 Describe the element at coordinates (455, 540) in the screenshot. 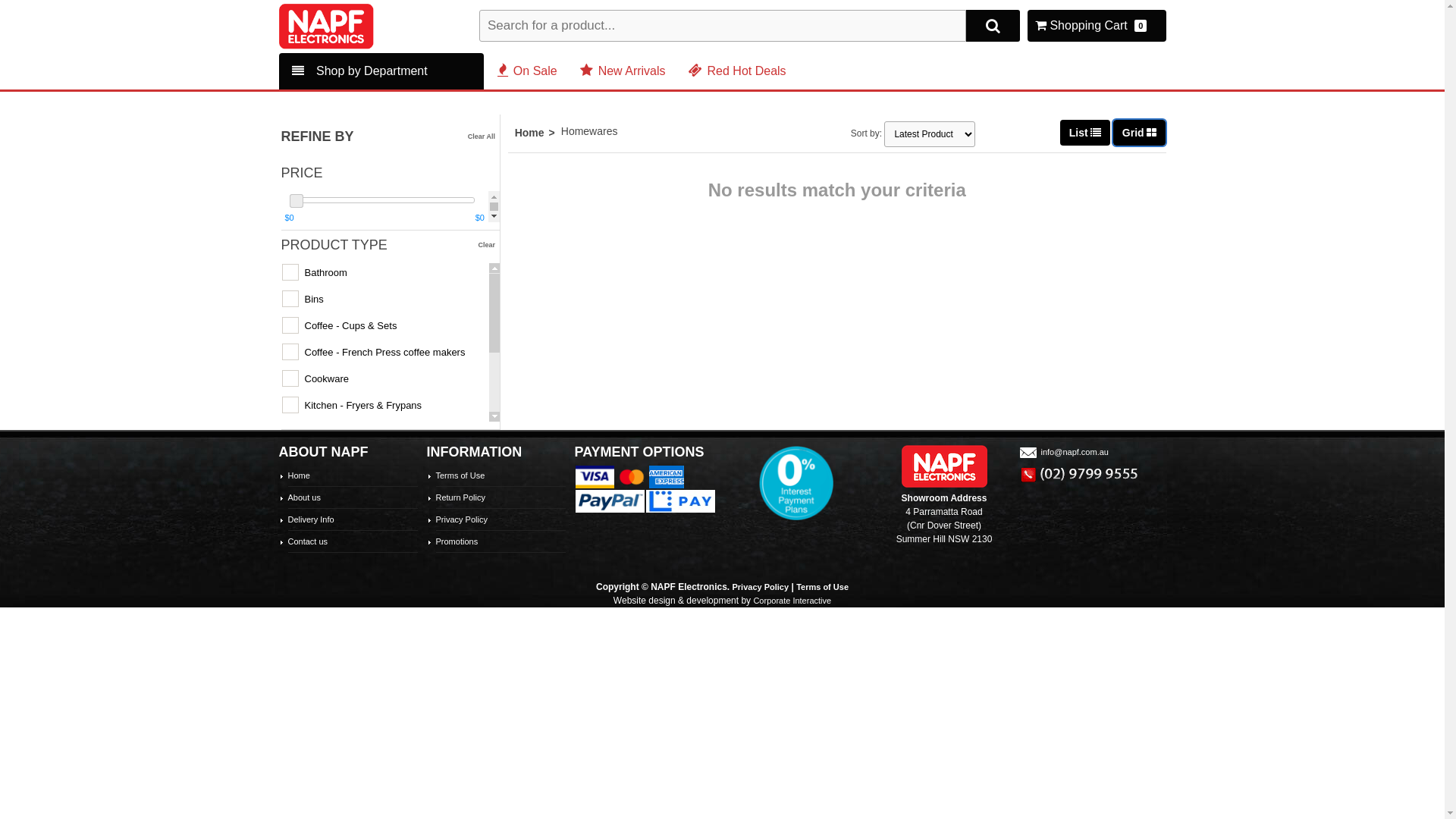

I see `'Promotions'` at that location.